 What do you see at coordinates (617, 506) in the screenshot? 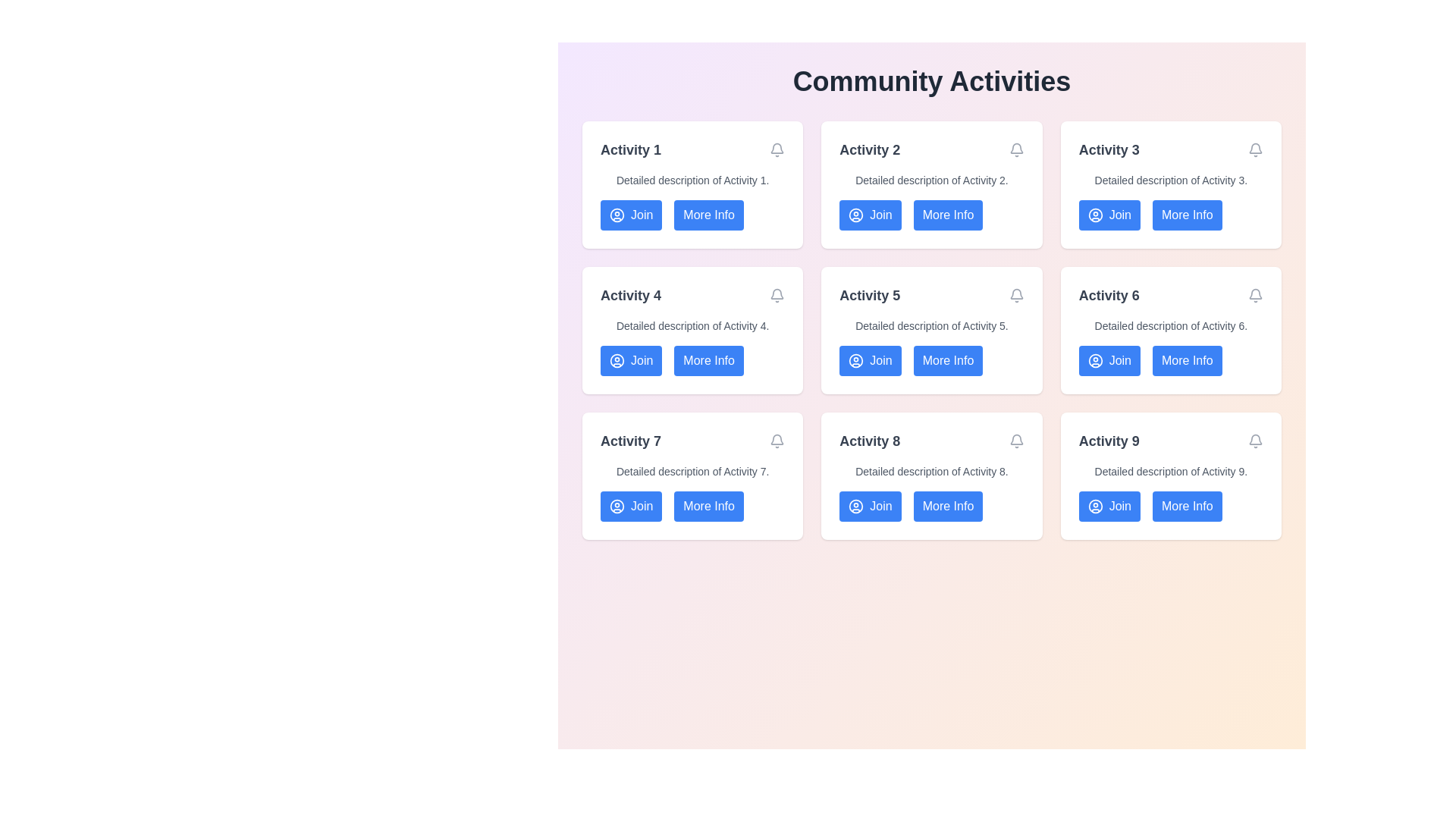
I see `the 'Join' button associated with the circular user icon for 'Activity 7' in the 'Community Activities' section` at bounding box center [617, 506].